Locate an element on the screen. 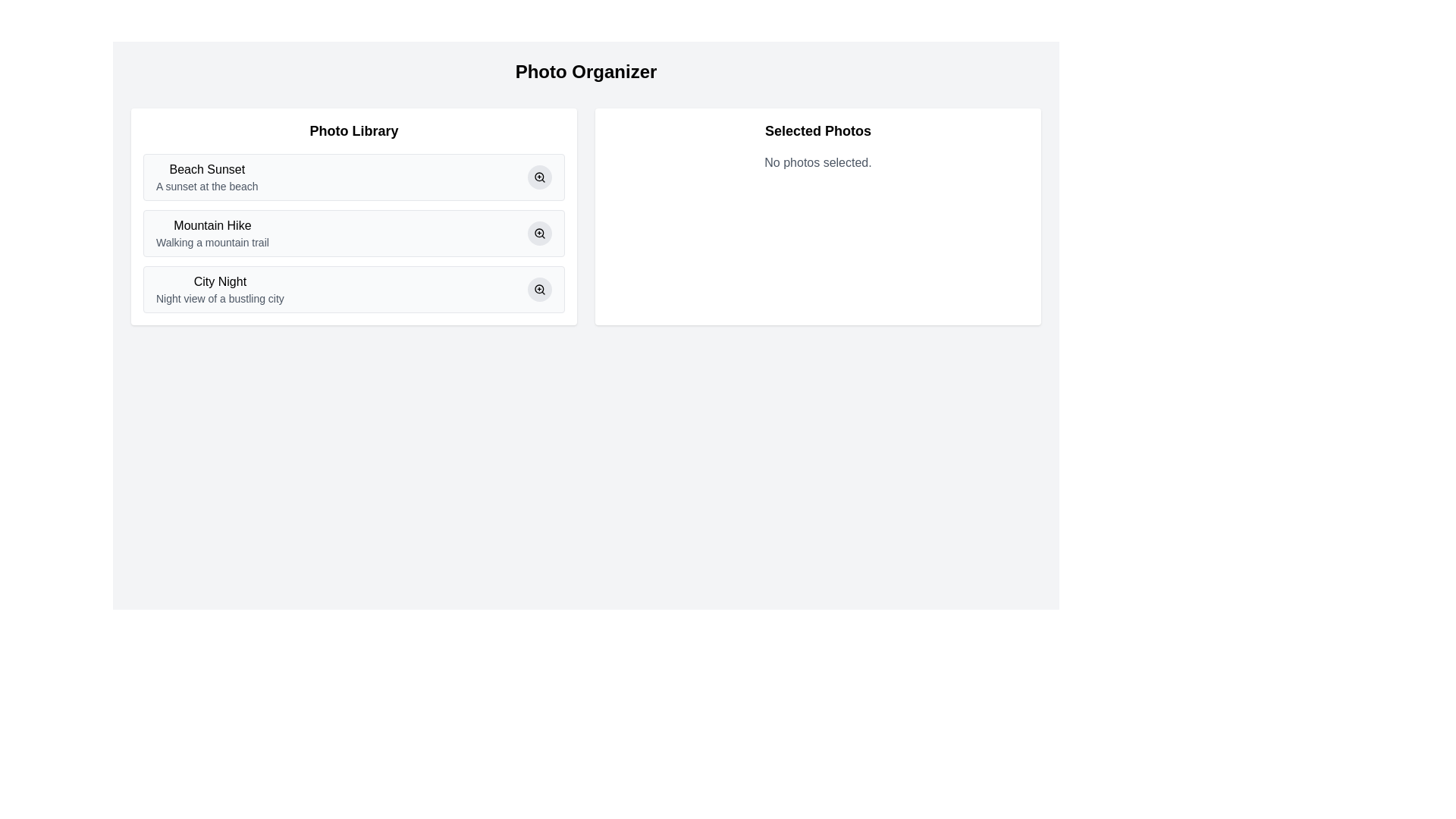 This screenshot has width=1456, height=819. the 'City Night' text label in the Photo Library section, which is styled with medium font weight and located in the third row of the left half of the UI is located at coordinates (219, 281).